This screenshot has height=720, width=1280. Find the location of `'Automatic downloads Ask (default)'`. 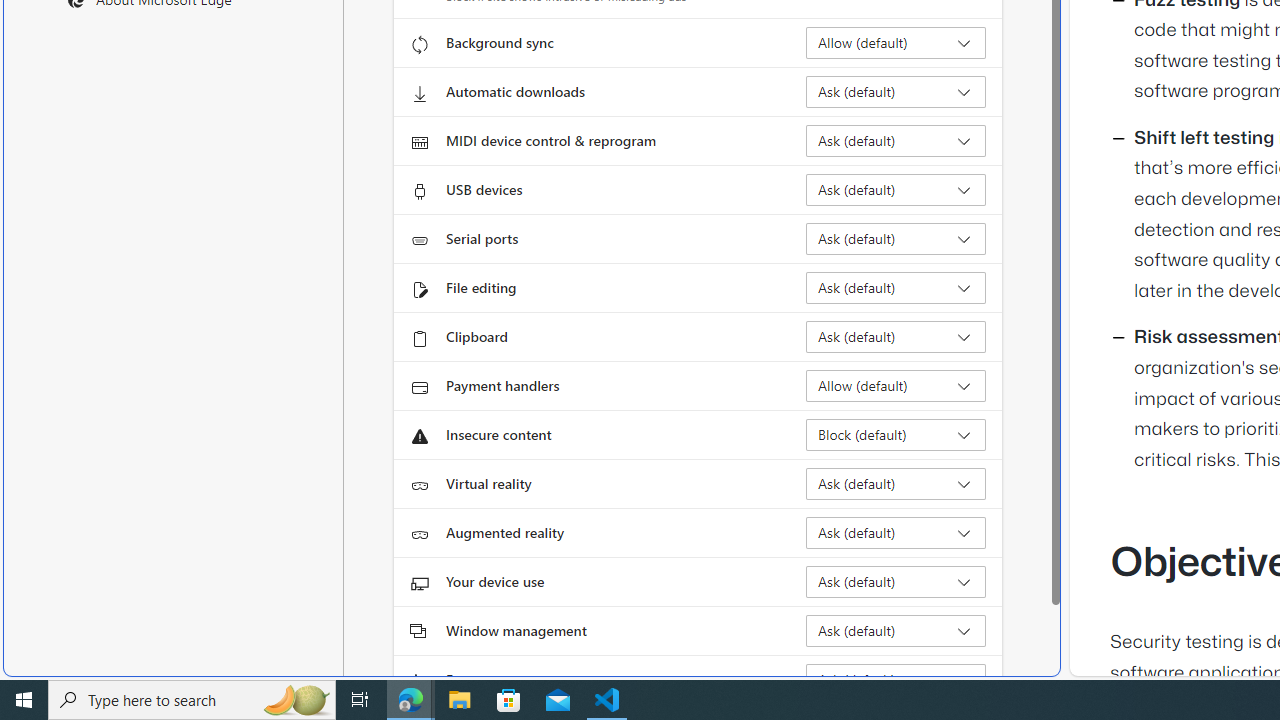

'Automatic downloads Ask (default)' is located at coordinates (895, 92).